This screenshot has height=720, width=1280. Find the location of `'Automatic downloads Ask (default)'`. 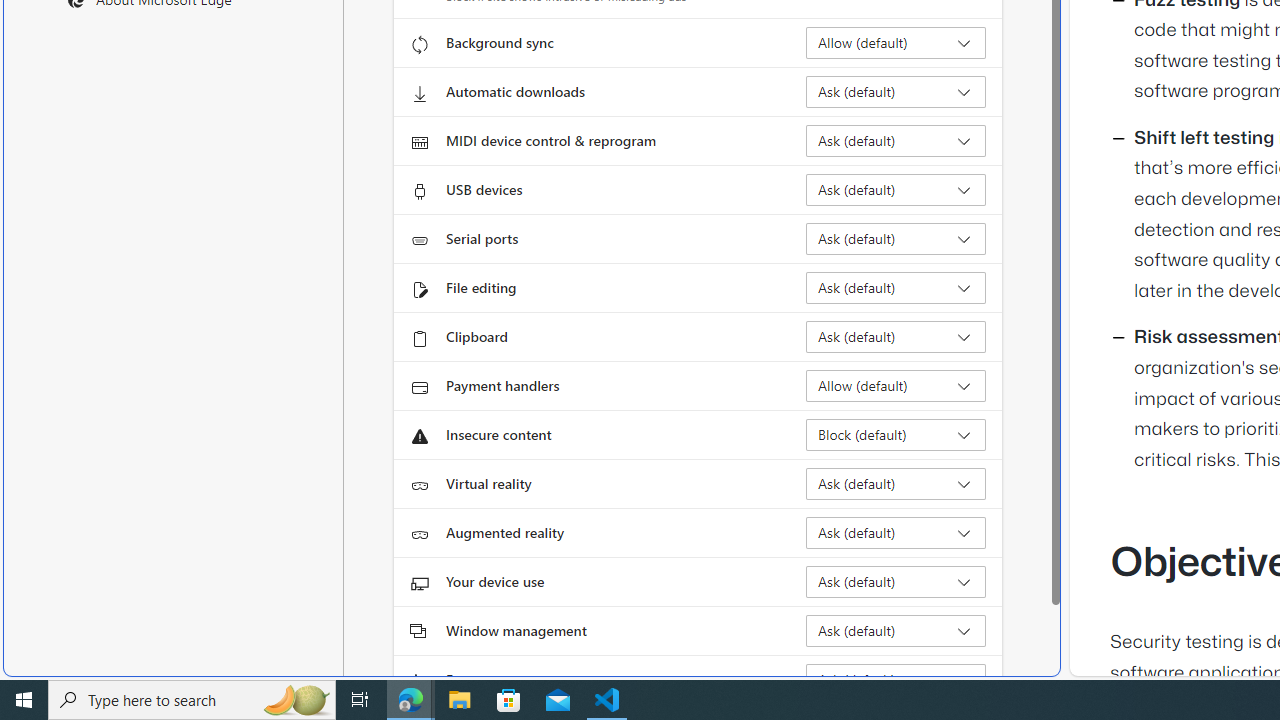

'Automatic downloads Ask (default)' is located at coordinates (895, 92).